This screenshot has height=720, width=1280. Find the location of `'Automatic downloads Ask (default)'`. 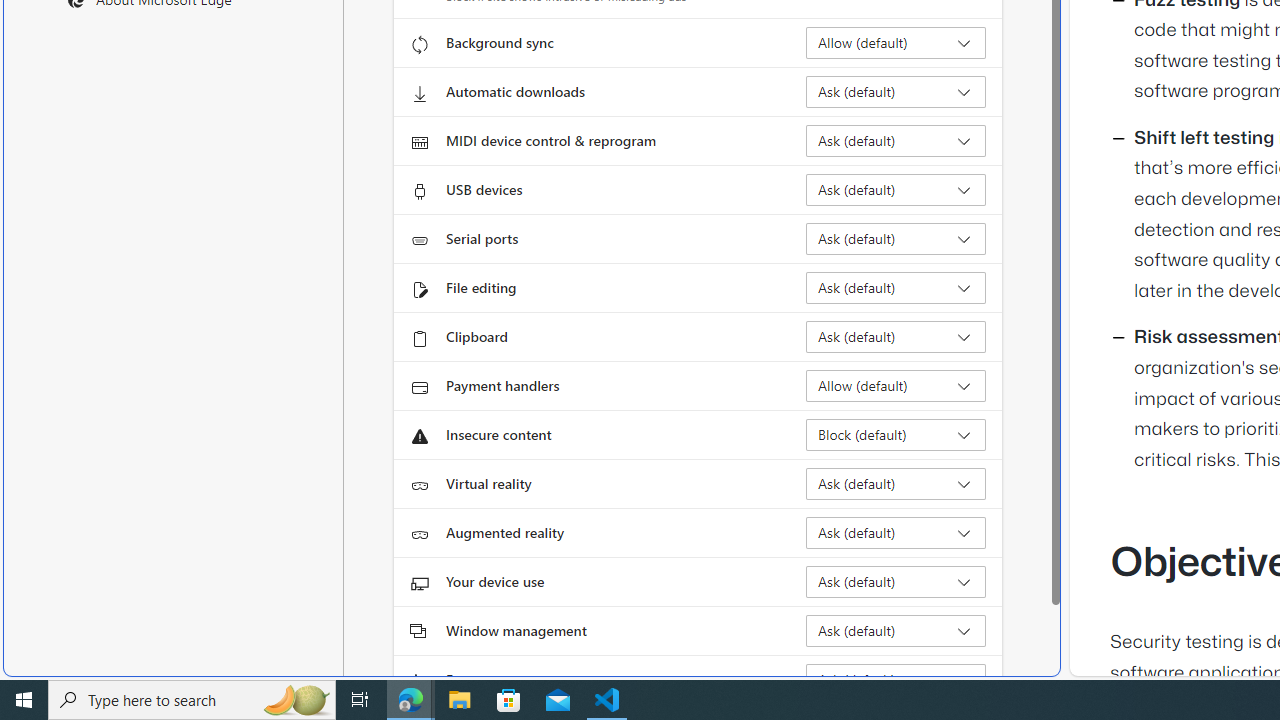

'Automatic downloads Ask (default)' is located at coordinates (895, 92).